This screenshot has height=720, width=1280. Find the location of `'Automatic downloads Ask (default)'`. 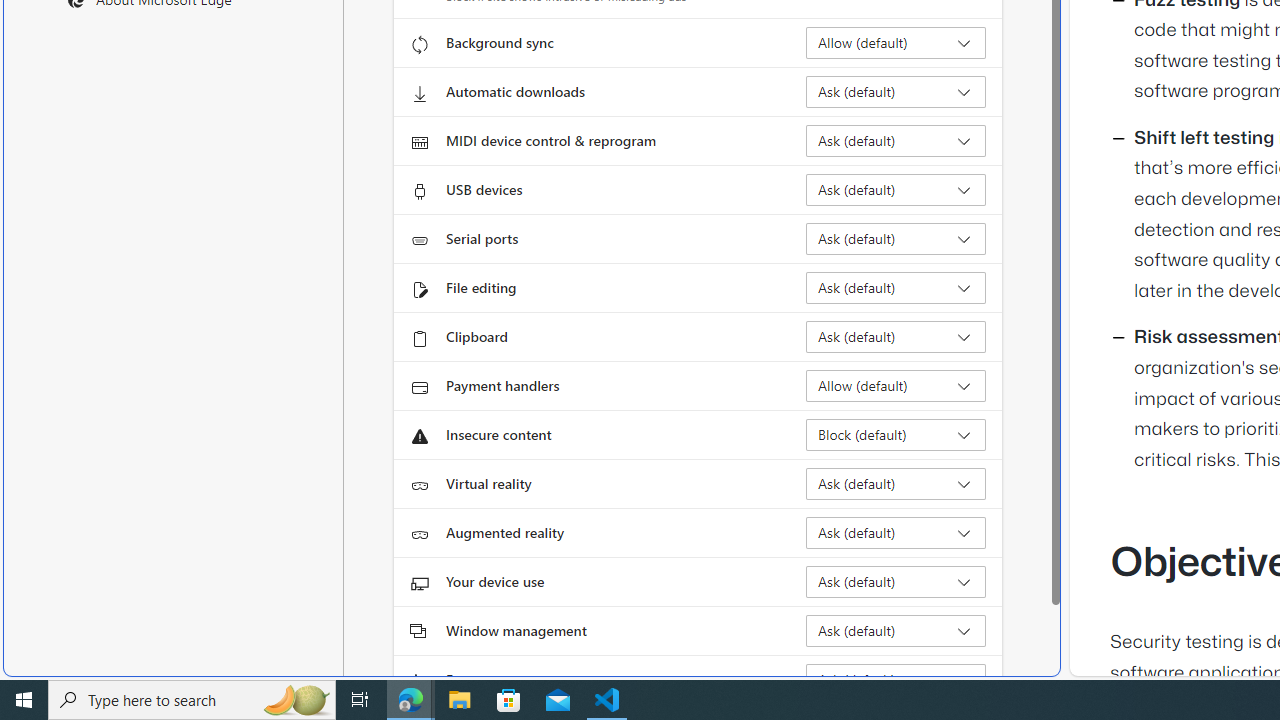

'Automatic downloads Ask (default)' is located at coordinates (895, 92).